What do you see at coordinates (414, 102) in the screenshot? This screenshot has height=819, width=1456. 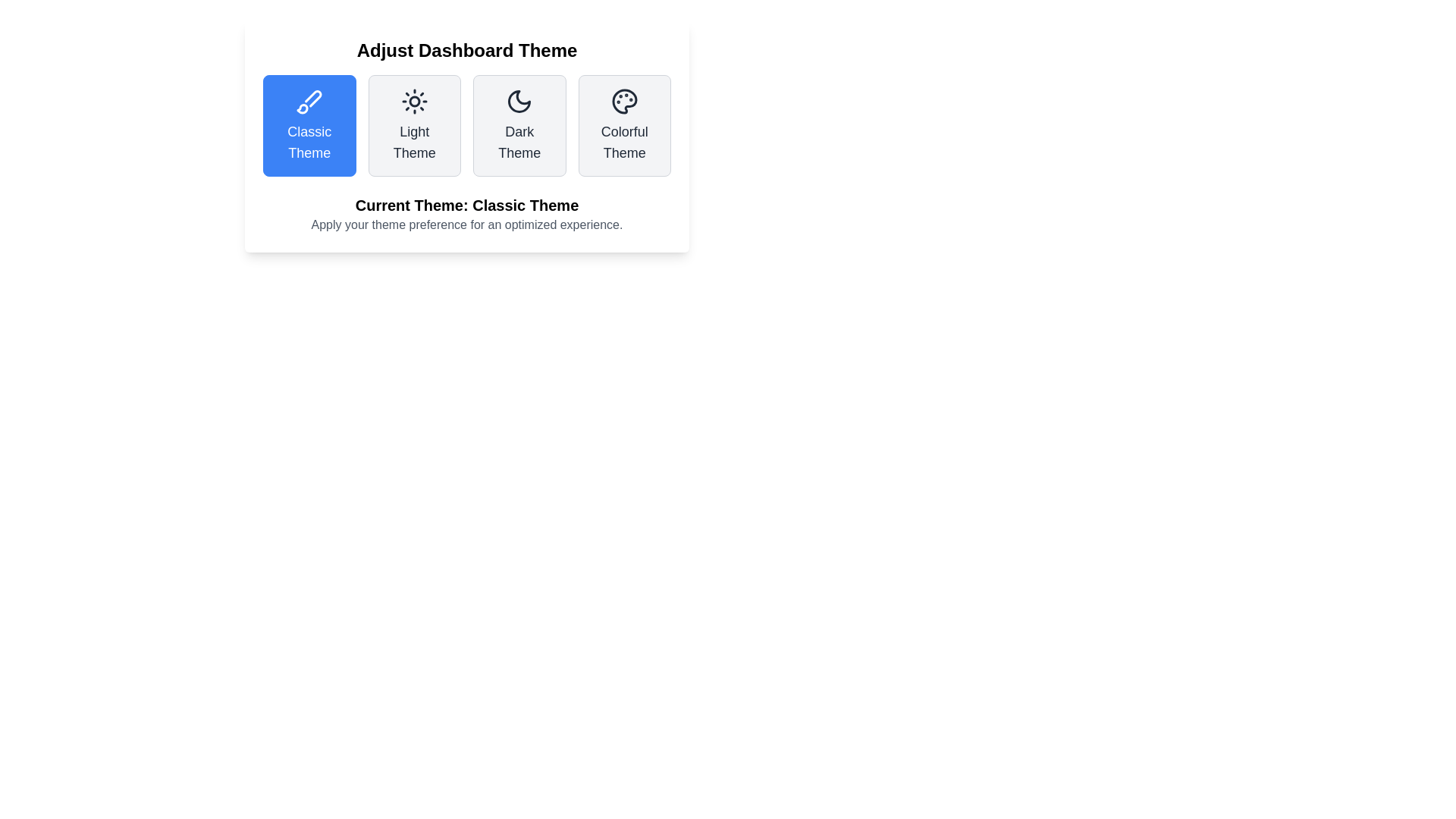 I see `the sun icon, which is a central circle with rays, styled in gray tones and located in the 'Light Theme' section of the grid layout` at bounding box center [414, 102].